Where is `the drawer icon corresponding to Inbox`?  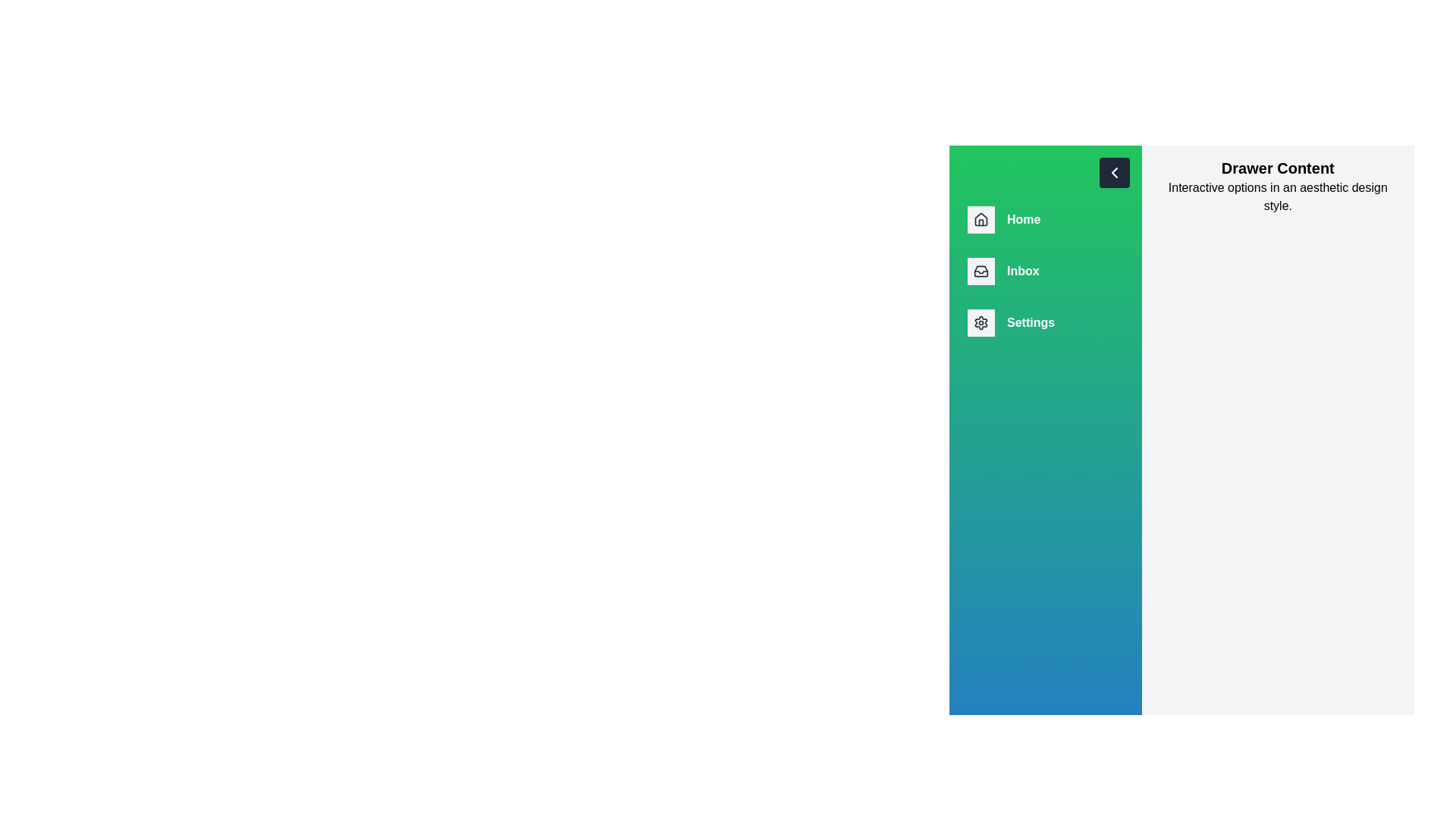
the drawer icon corresponding to Inbox is located at coordinates (981, 271).